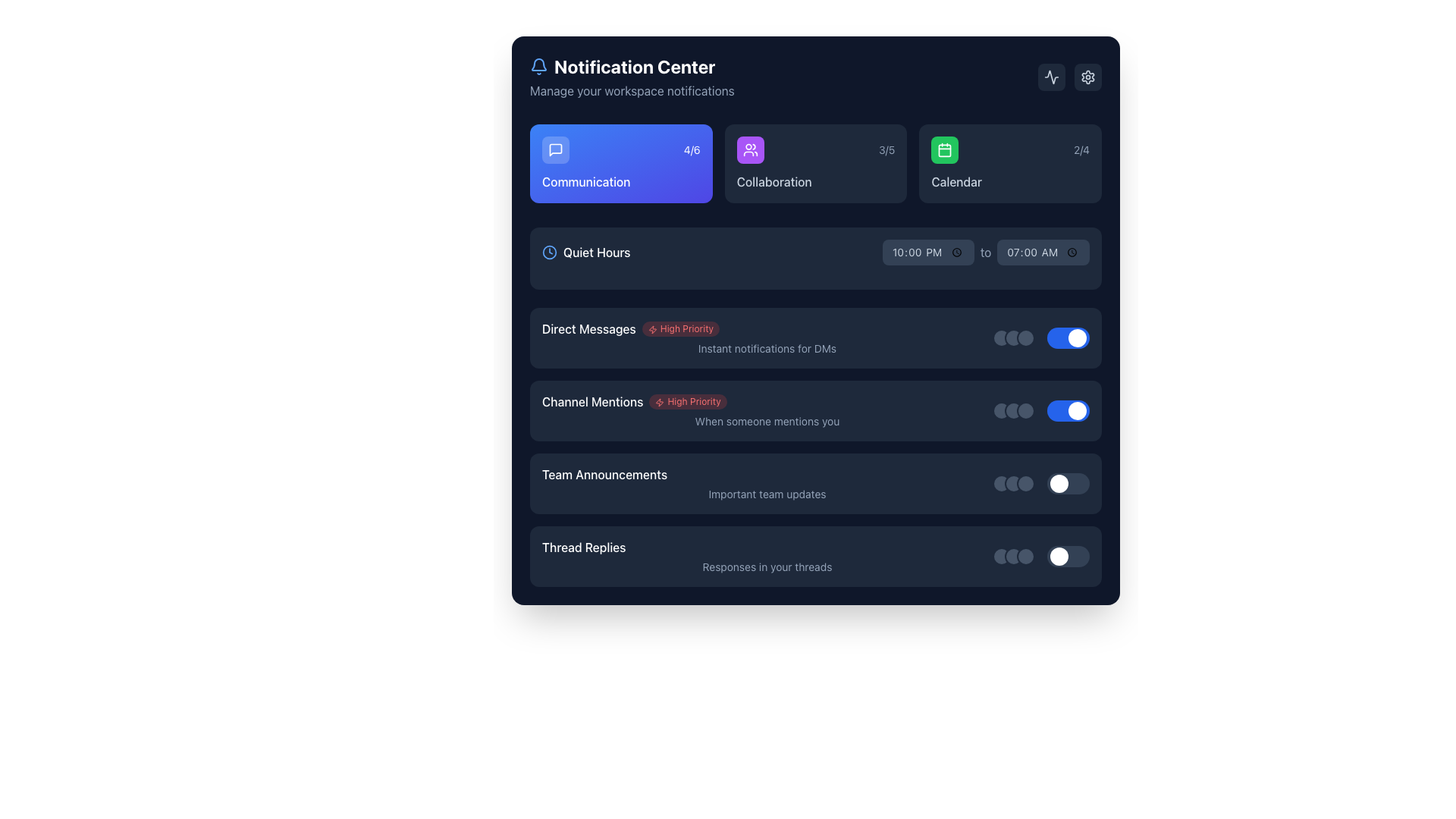  Describe the element at coordinates (1051, 77) in the screenshot. I see `the activity dashboard button located in the top-right area of the interface` at that location.